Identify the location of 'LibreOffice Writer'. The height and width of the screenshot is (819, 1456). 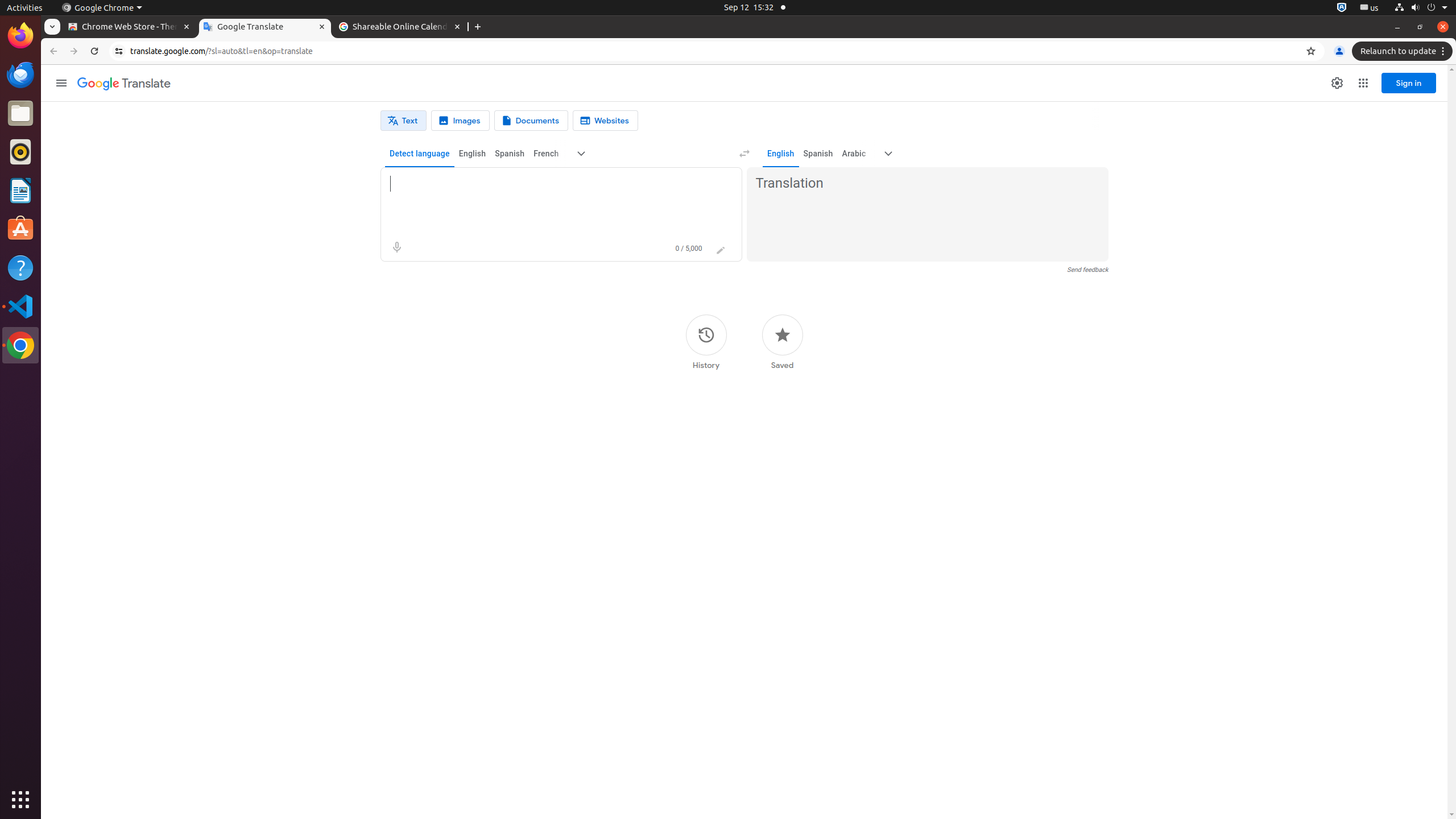
(20, 189).